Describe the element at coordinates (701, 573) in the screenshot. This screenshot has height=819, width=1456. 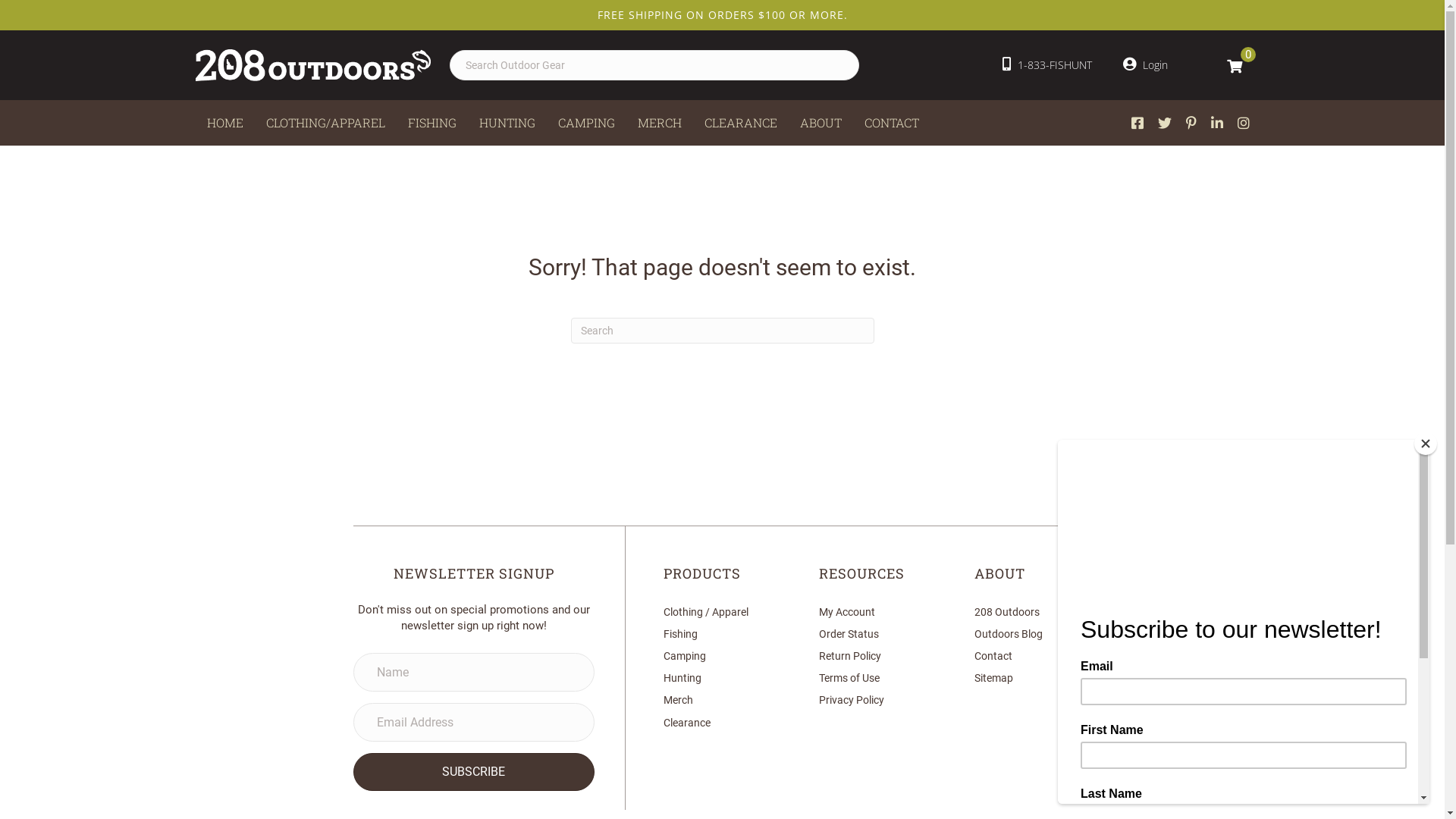
I see `'PRODUCTS'` at that location.